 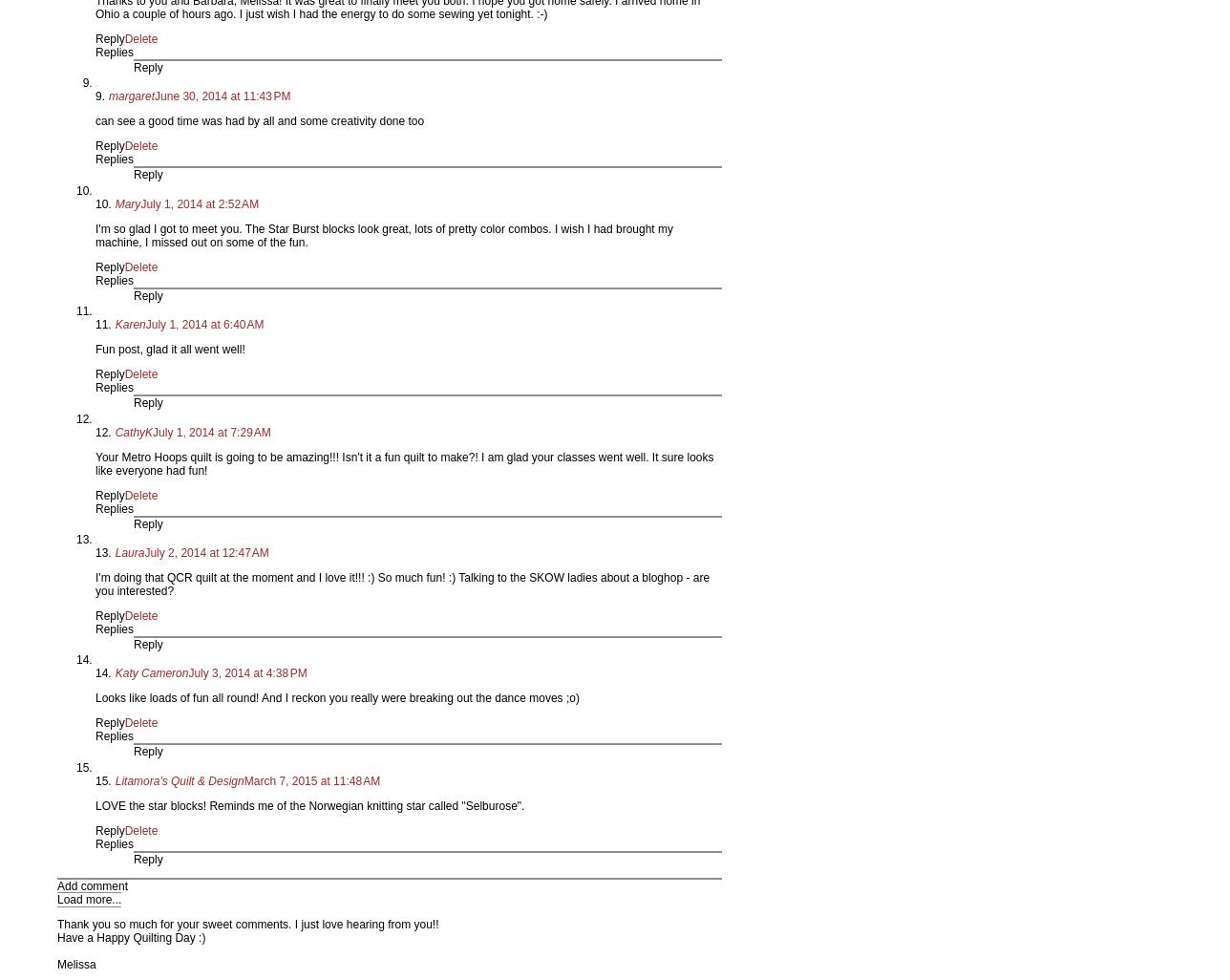 What do you see at coordinates (129, 551) in the screenshot?
I see `'Laura'` at bounding box center [129, 551].